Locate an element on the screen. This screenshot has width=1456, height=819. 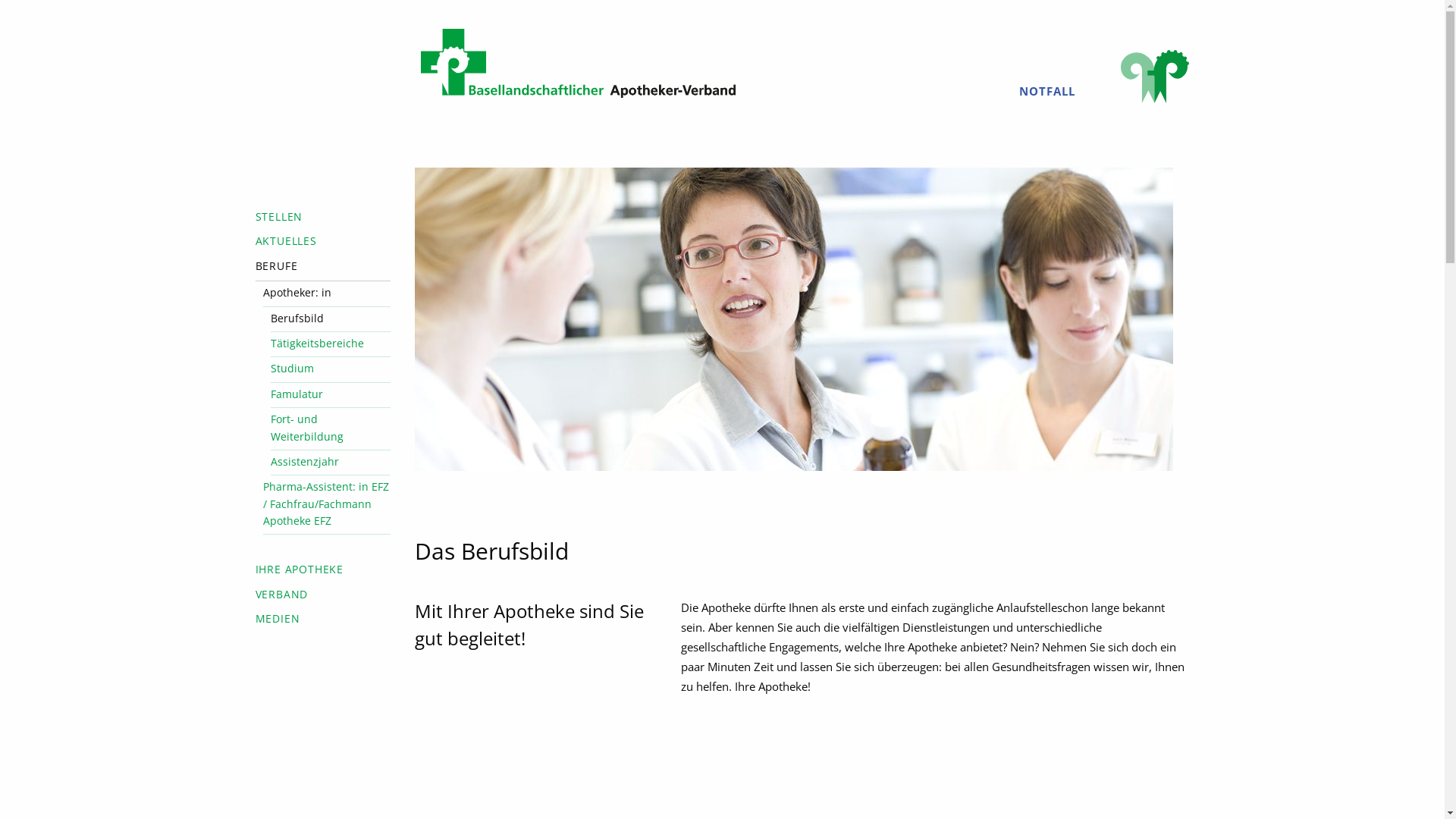
'Pharma-Assistent: in EFZ / Fachfrau/Fachmann Apotheke EFZ' is located at coordinates (325, 506).